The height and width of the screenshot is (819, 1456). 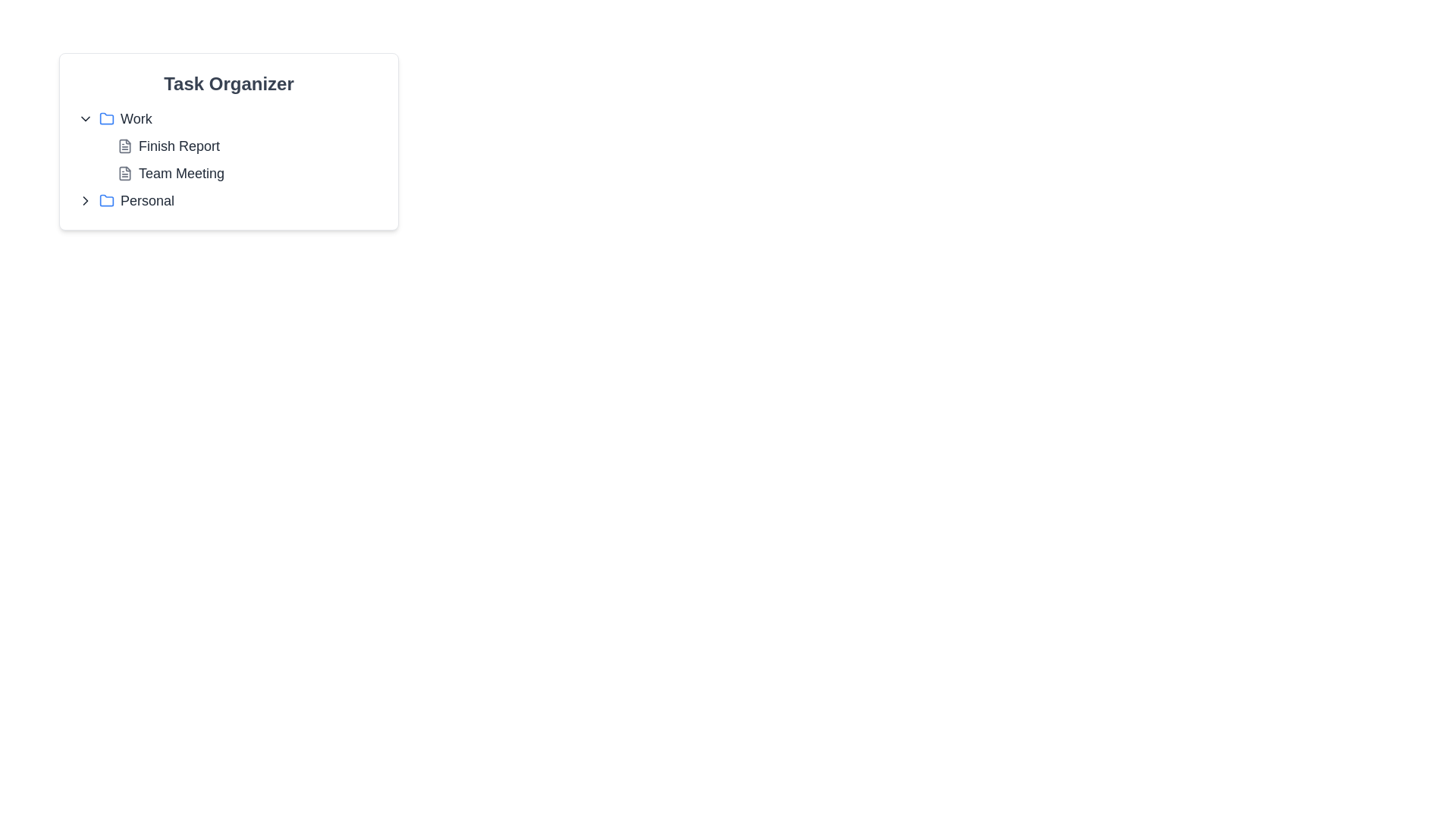 I want to click on the file icon related to the 'Finish Report' task, which is located to the left of the 'Finish Report' text under the 'Work' folder, so click(x=124, y=146).